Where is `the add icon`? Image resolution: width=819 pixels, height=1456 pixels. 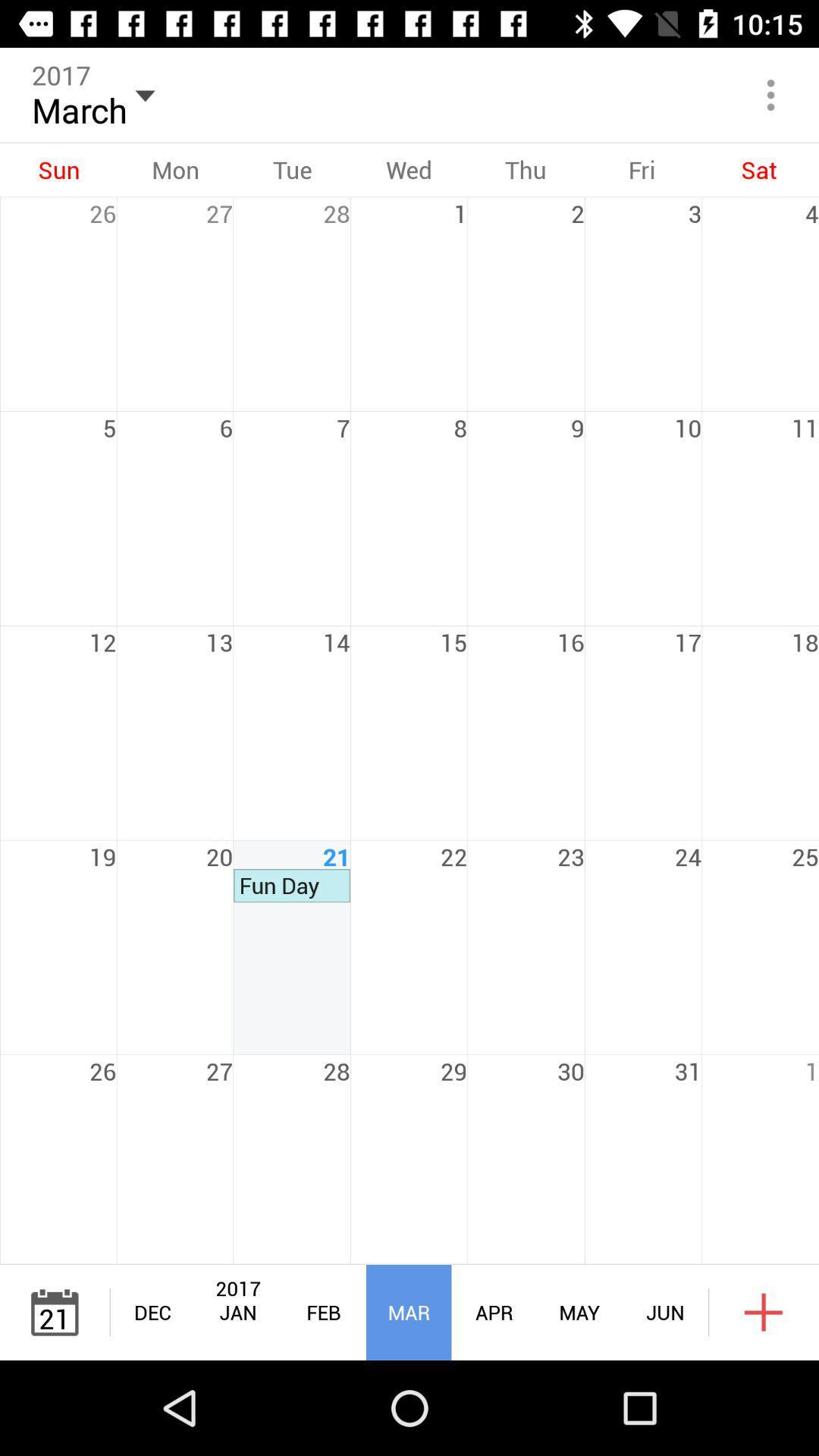 the add icon is located at coordinates (764, 1312).